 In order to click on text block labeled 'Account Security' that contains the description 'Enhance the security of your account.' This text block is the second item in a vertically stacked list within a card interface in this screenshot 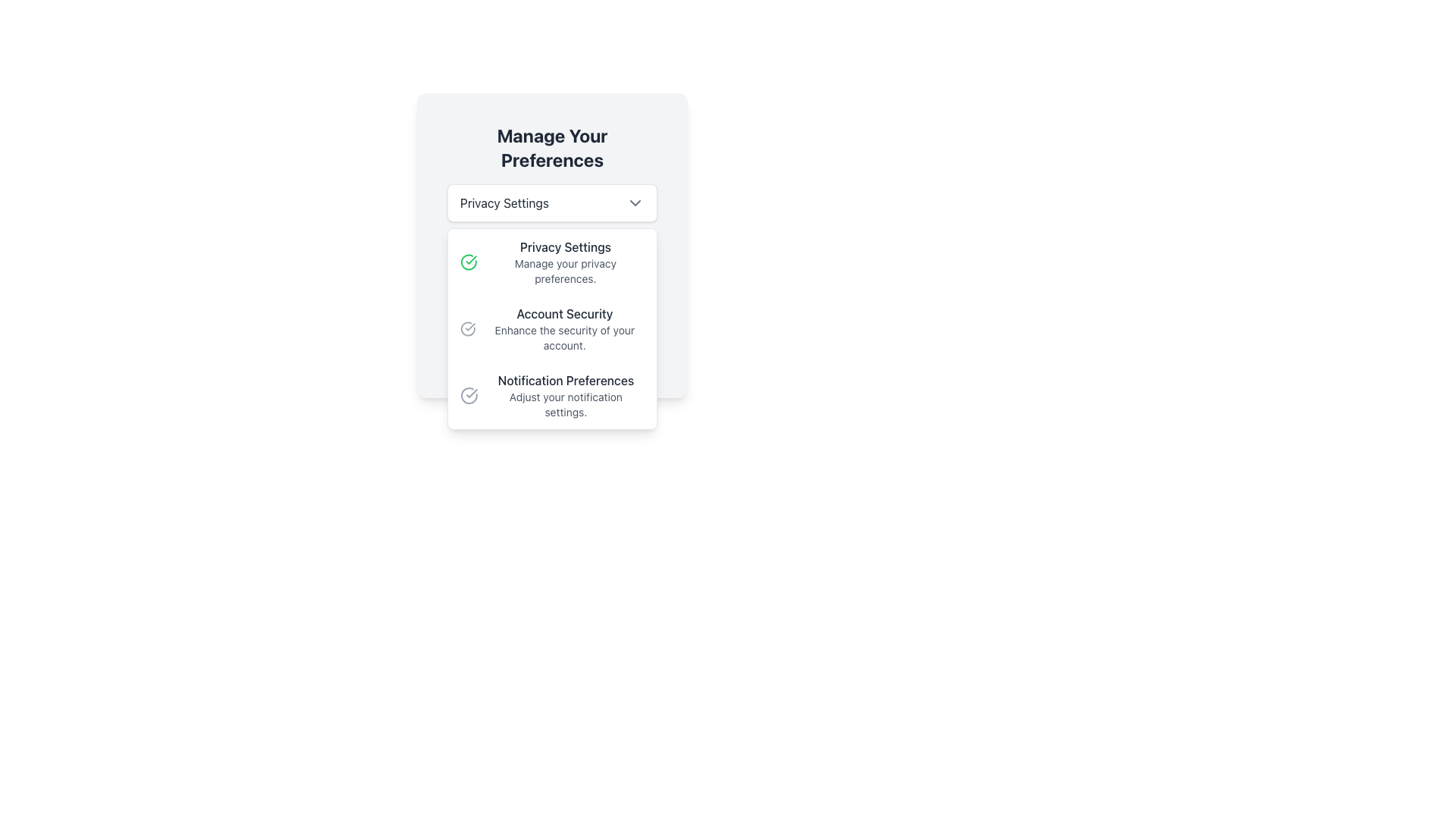, I will do `click(563, 328)`.